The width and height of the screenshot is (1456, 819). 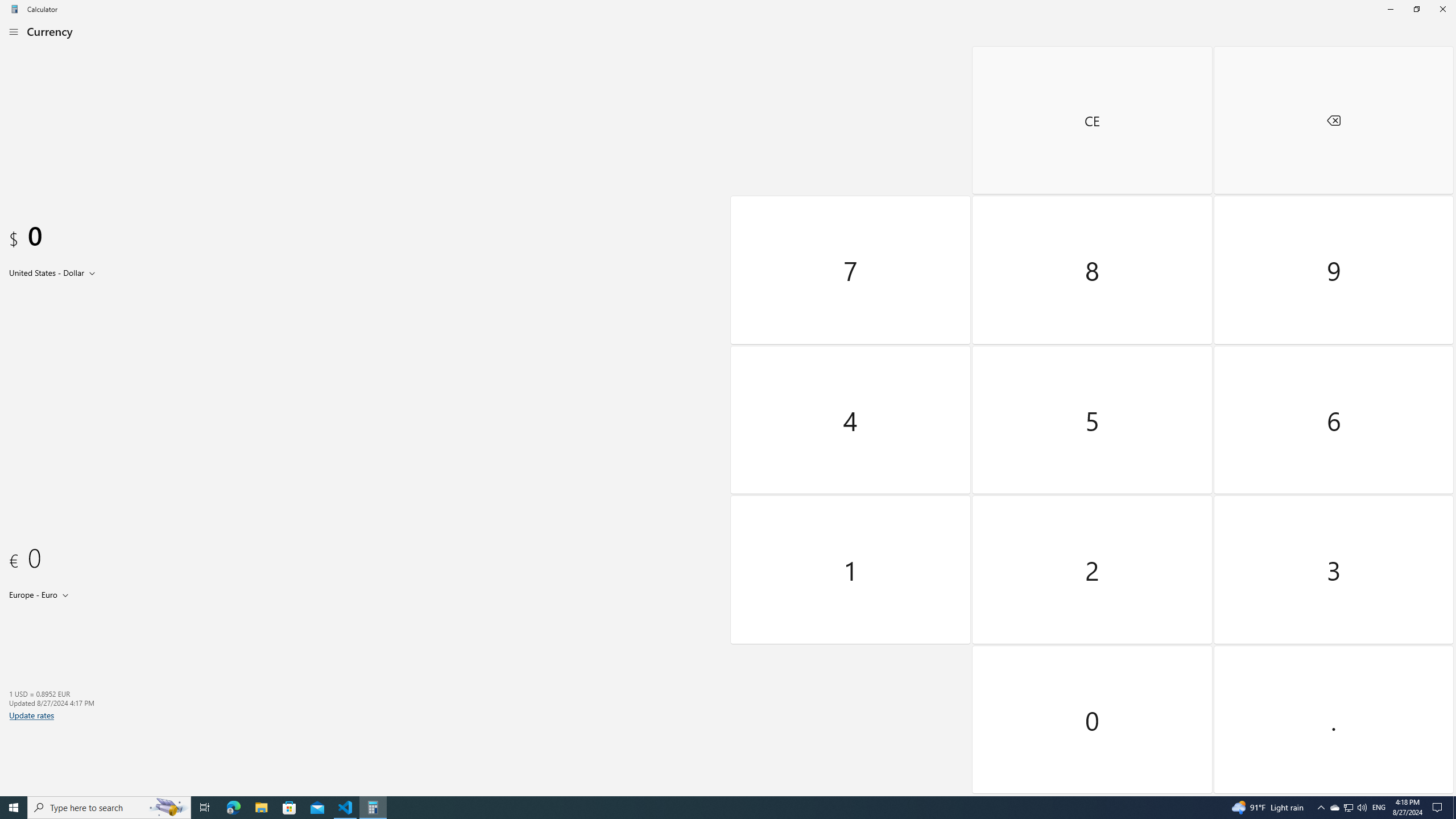 I want to click on 'Output unit', so click(x=41, y=593).